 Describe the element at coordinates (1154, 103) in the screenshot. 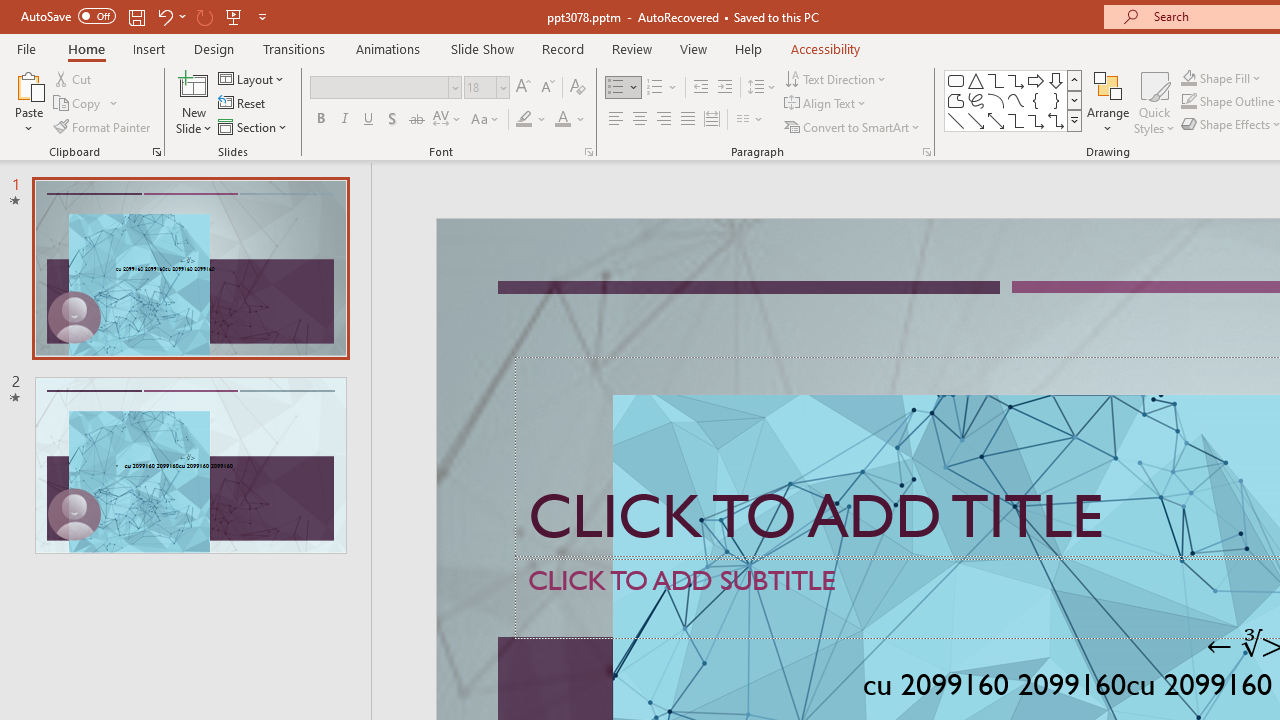

I see `'Quick Styles'` at that location.